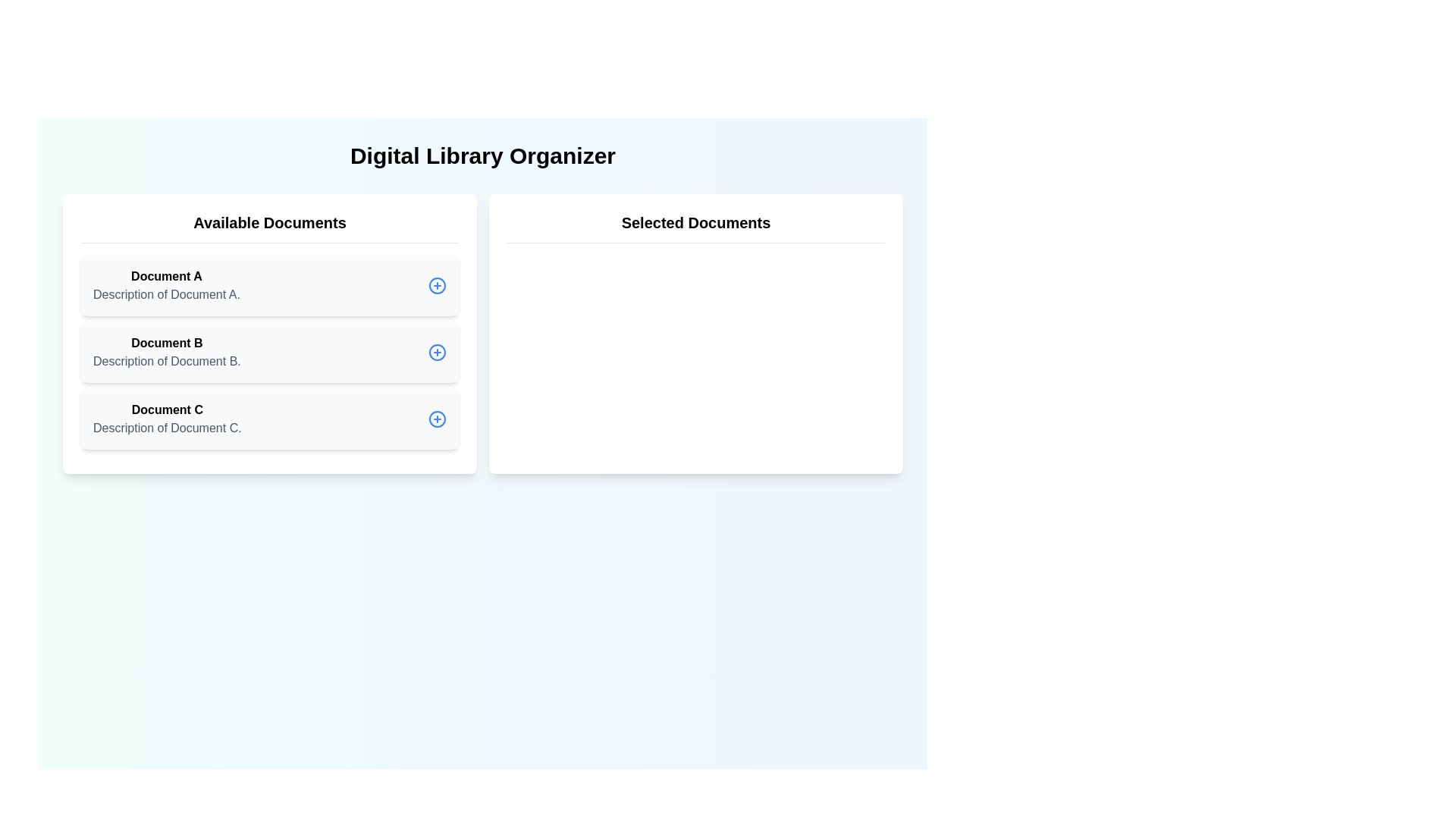  What do you see at coordinates (436, 419) in the screenshot?
I see `the third plus icon button in the left panel labeled 'Available Documents'` at bounding box center [436, 419].